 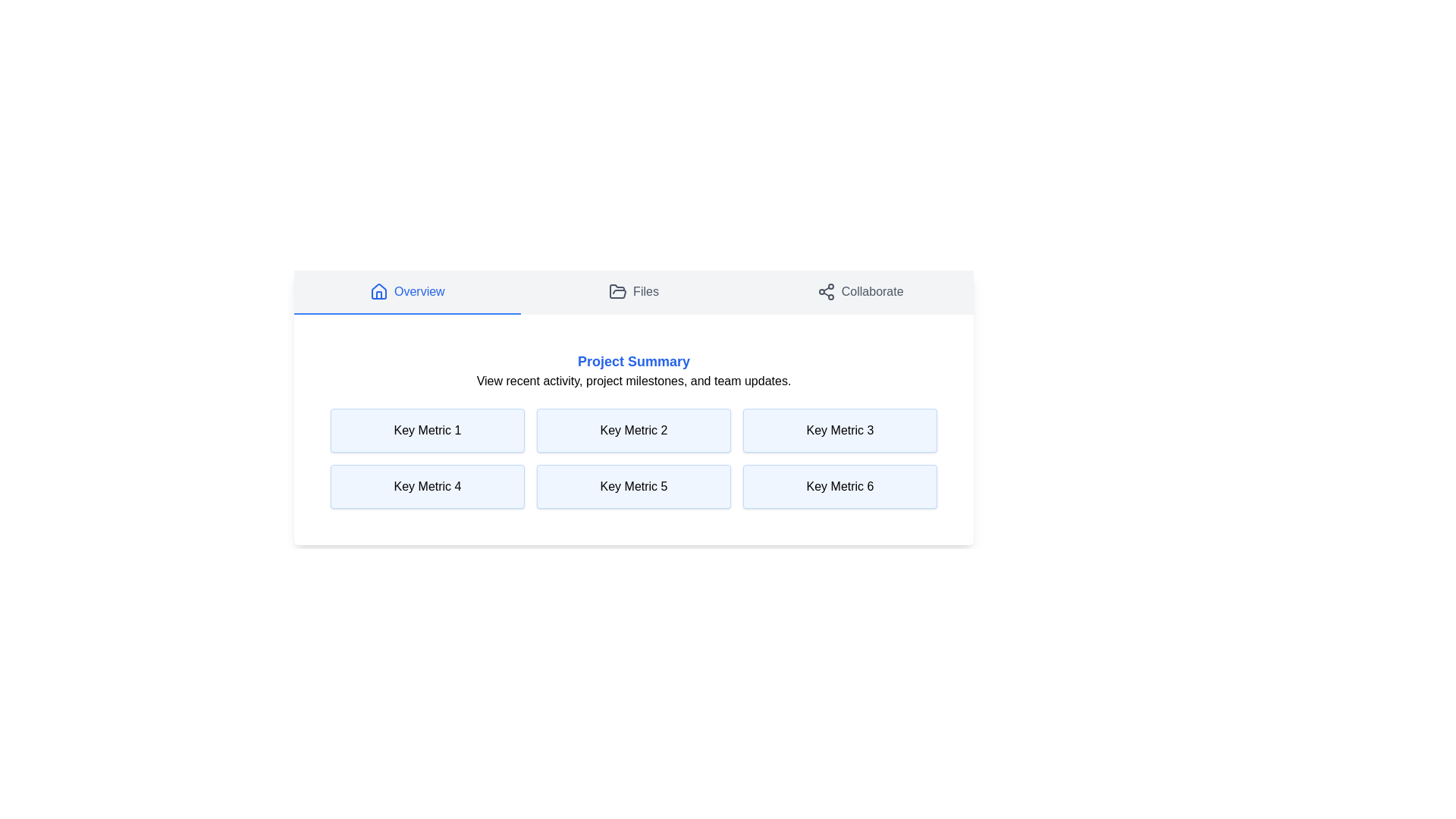 I want to click on the share icon located at the leftmost position within the 'Collaborate' menu tab, positioned at the top-right corner of the interface, beside the text 'Collaborate', so click(x=825, y=292).